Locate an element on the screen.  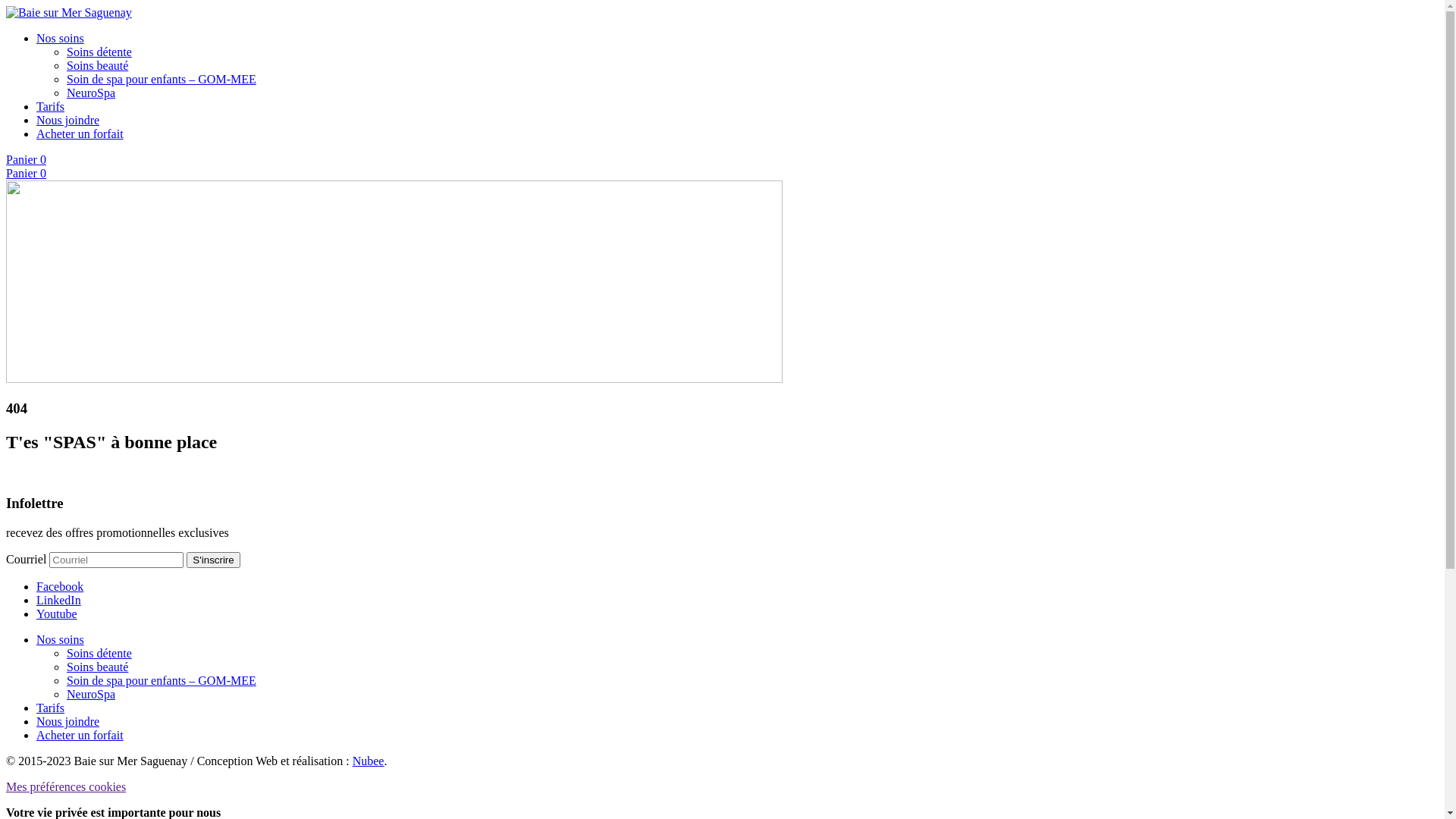
'Panier 0' is located at coordinates (26, 159).